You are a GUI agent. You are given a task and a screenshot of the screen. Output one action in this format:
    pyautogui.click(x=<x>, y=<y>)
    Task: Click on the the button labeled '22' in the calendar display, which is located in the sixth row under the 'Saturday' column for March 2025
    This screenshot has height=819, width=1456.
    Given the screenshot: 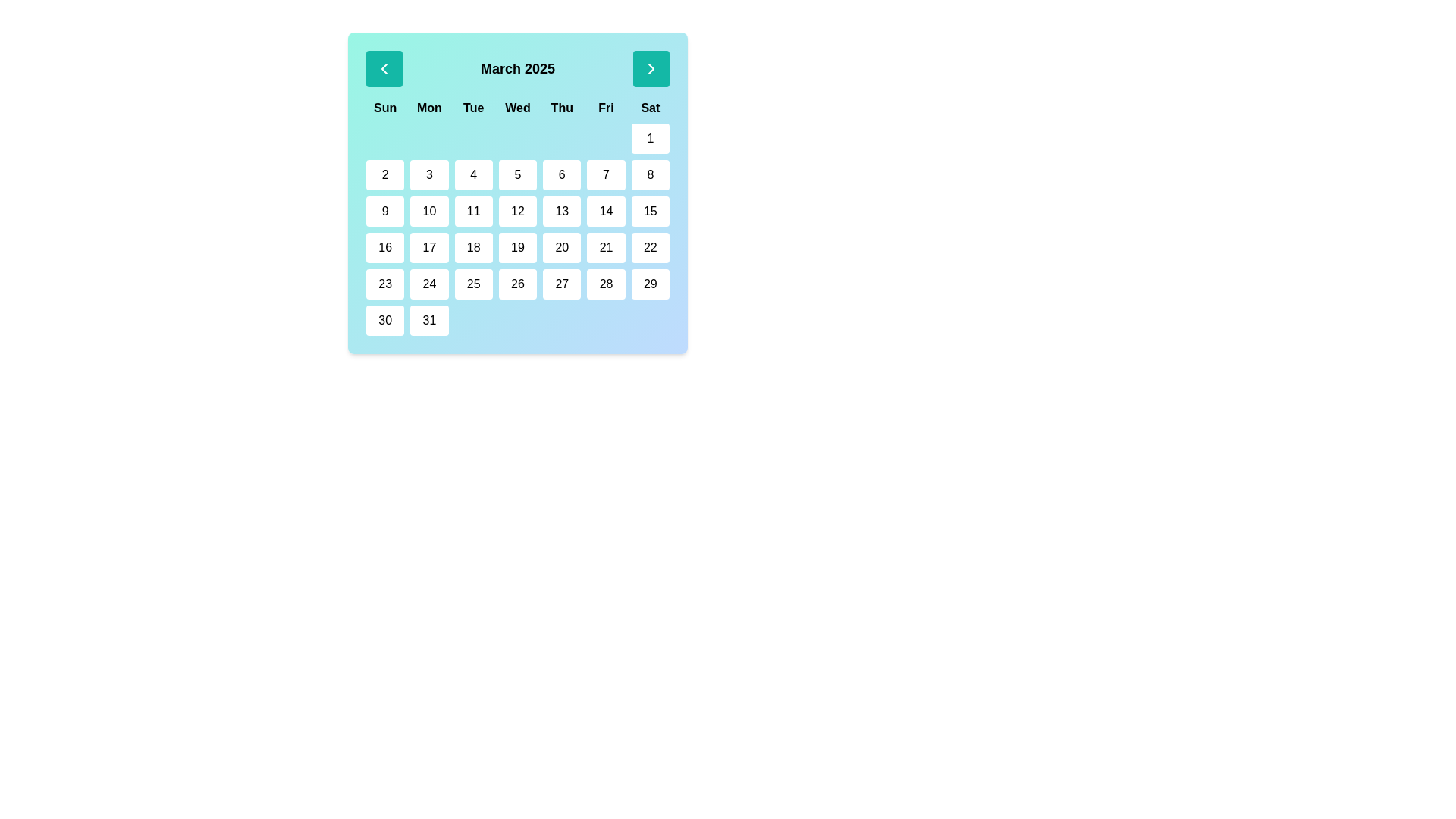 What is the action you would take?
    pyautogui.click(x=650, y=247)
    